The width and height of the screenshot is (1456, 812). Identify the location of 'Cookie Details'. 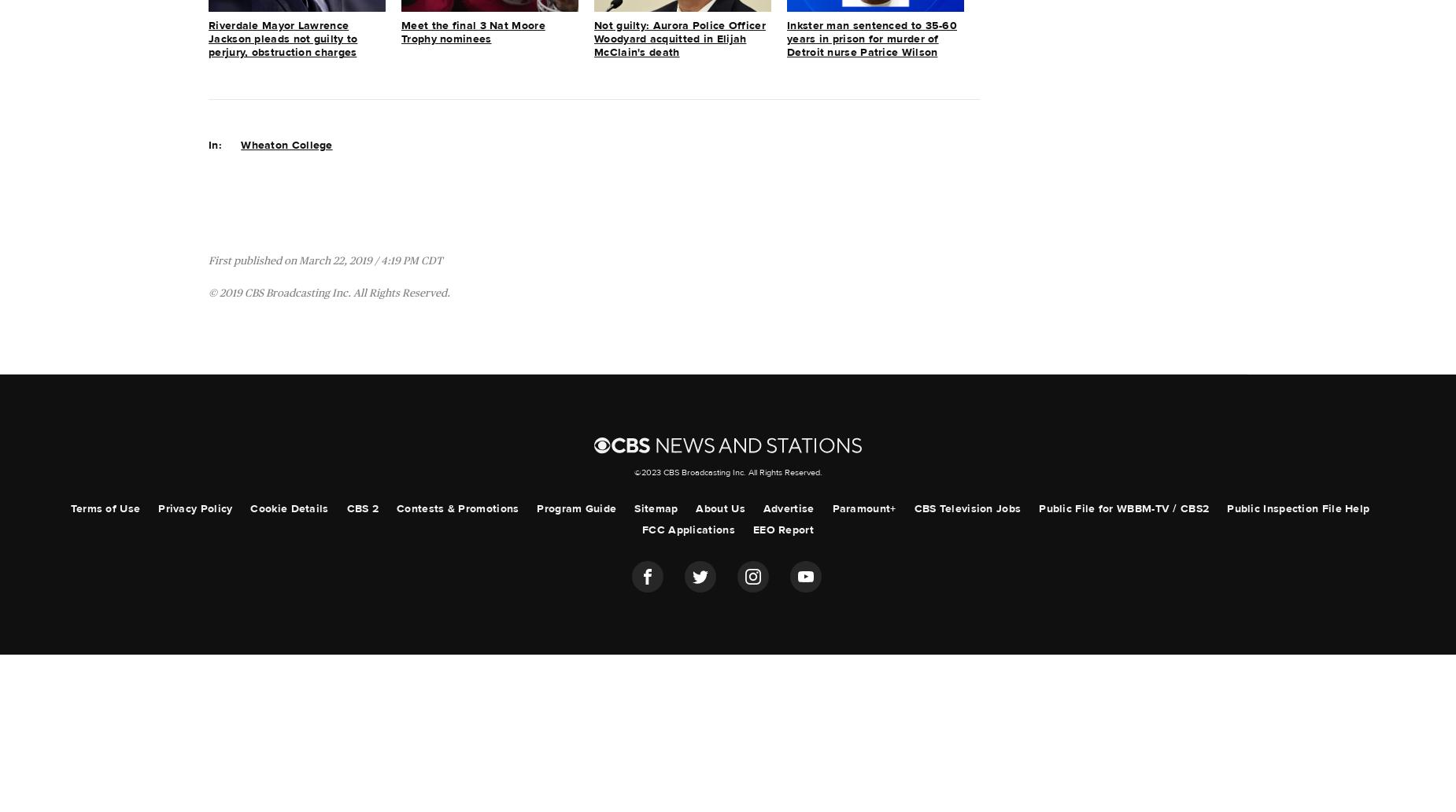
(249, 507).